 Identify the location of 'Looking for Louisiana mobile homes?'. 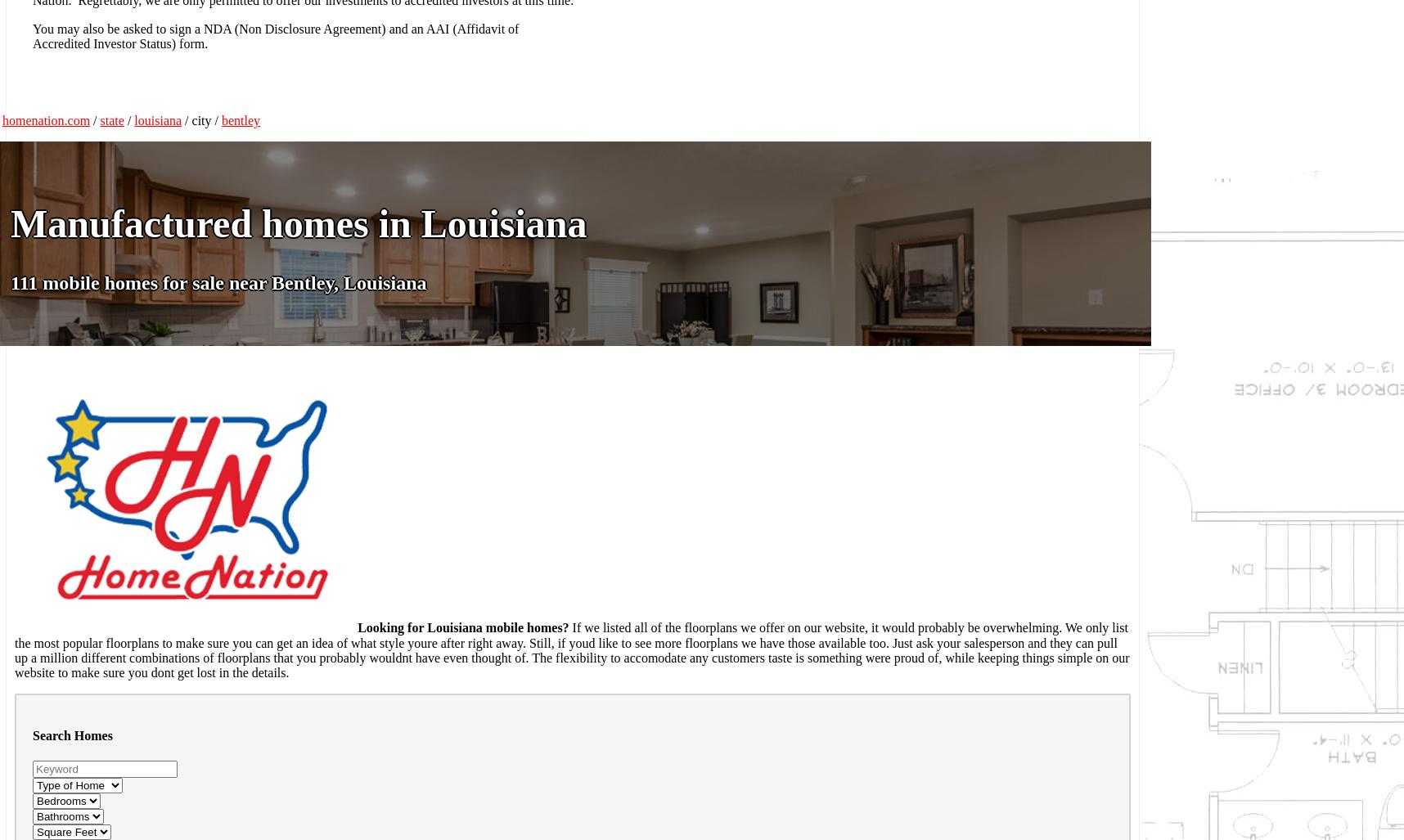
(462, 627).